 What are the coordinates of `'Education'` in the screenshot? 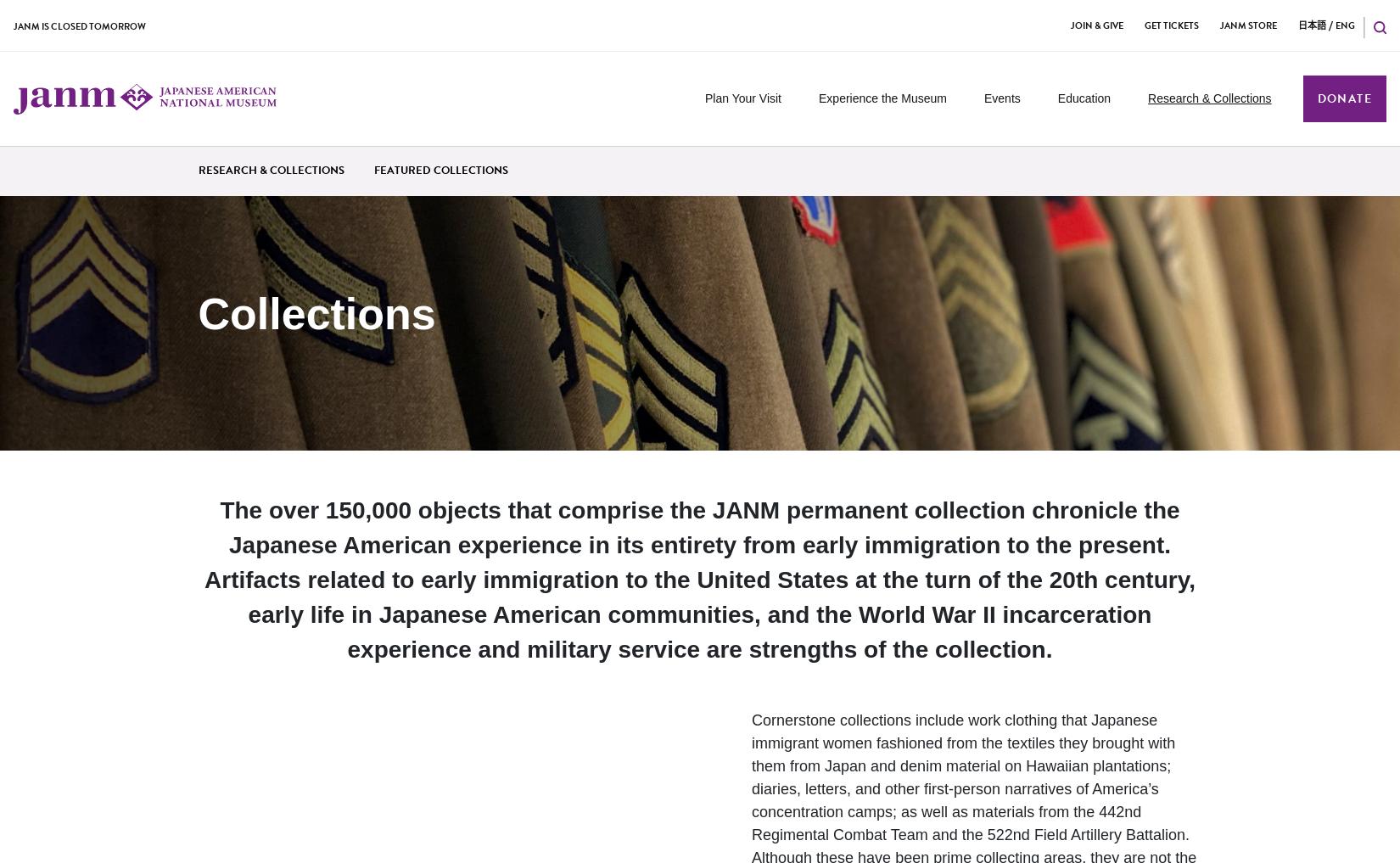 It's located at (1083, 98).